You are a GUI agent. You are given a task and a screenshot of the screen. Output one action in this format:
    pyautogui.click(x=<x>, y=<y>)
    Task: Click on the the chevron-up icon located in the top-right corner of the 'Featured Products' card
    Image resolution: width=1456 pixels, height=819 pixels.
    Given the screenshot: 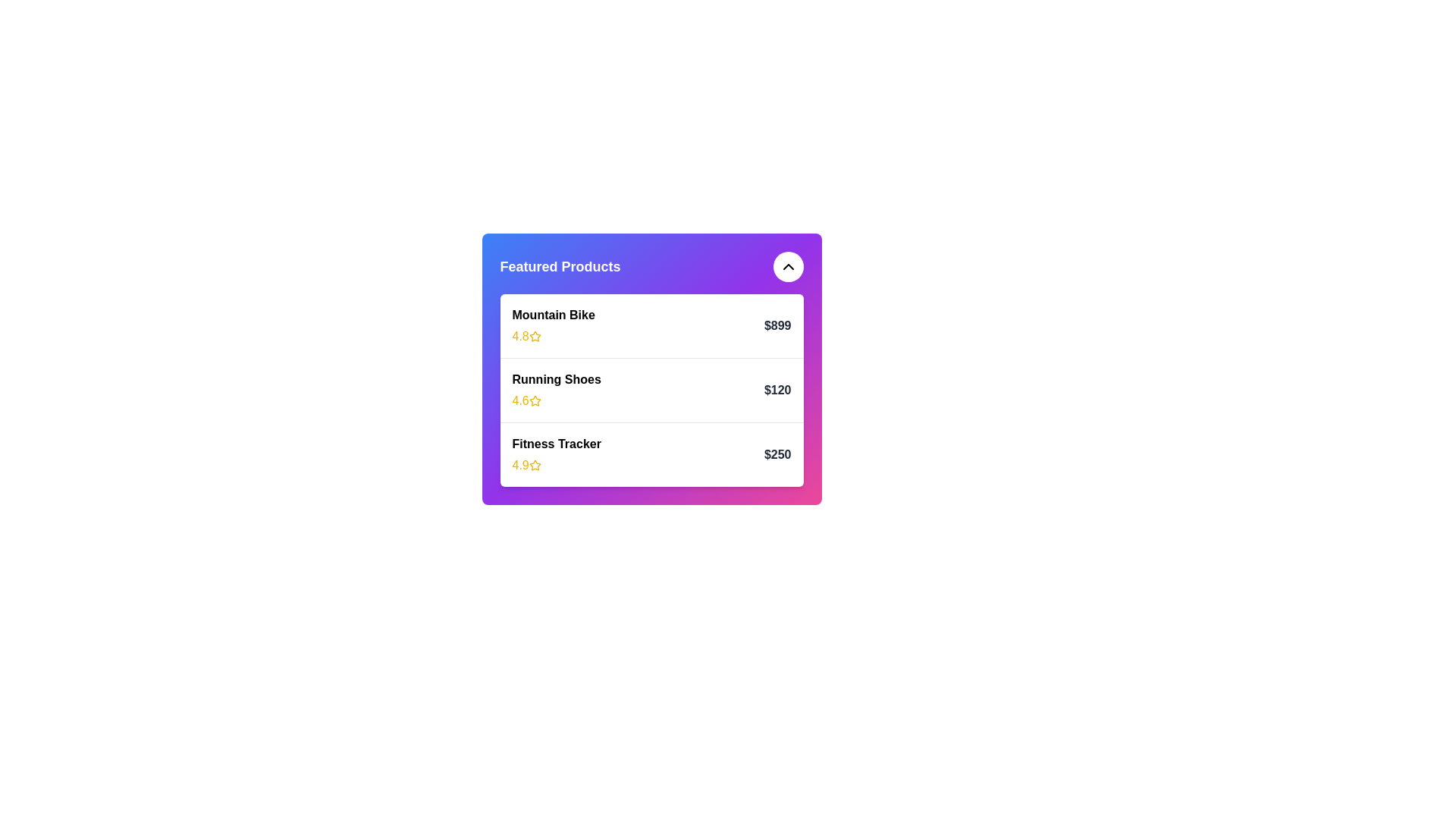 What is the action you would take?
    pyautogui.click(x=788, y=265)
    